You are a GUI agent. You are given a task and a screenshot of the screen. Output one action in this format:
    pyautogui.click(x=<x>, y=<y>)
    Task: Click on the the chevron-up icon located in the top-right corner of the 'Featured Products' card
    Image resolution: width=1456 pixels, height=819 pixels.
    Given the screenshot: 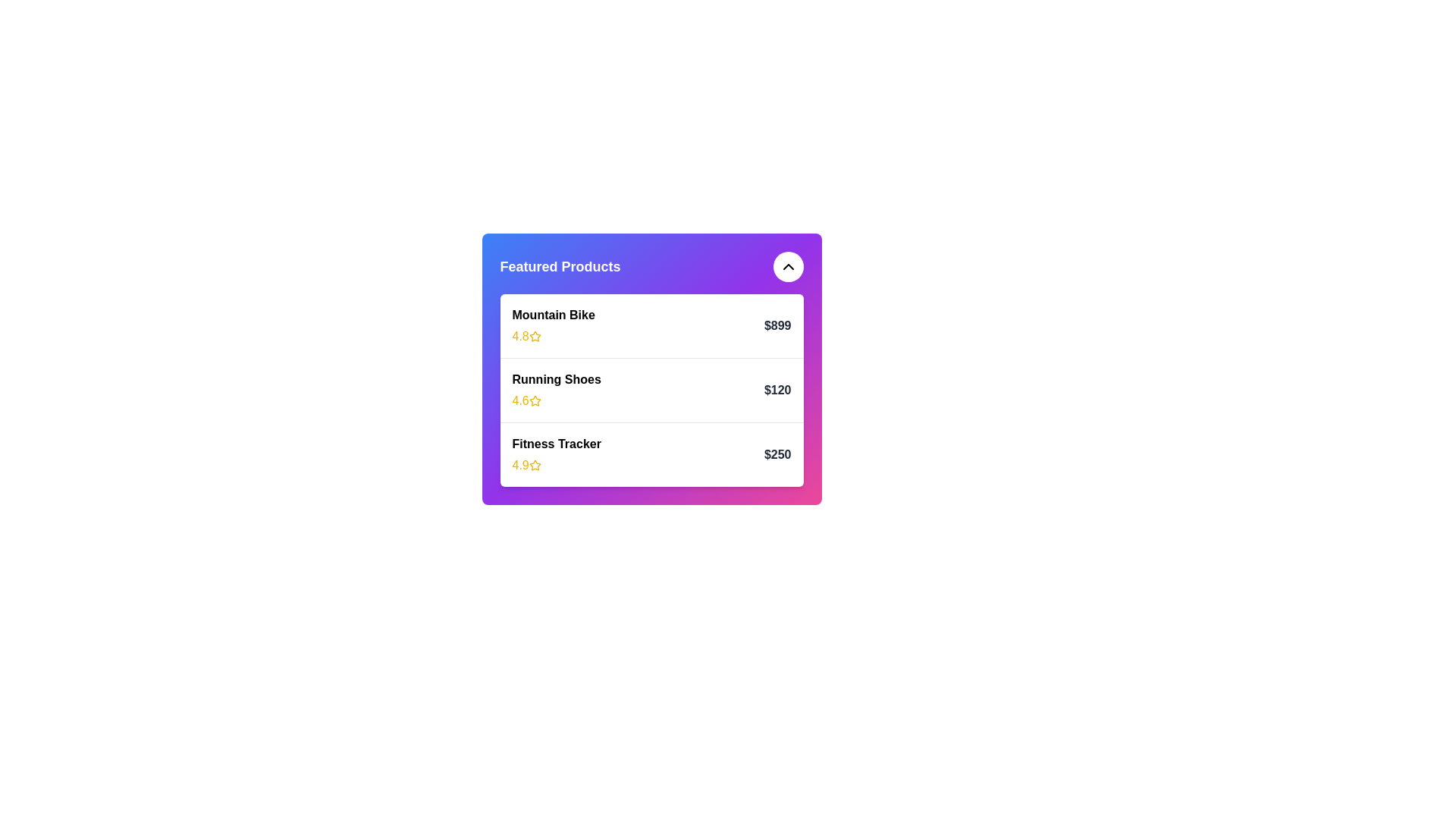 What is the action you would take?
    pyautogui.click(x=788, y=265)
    